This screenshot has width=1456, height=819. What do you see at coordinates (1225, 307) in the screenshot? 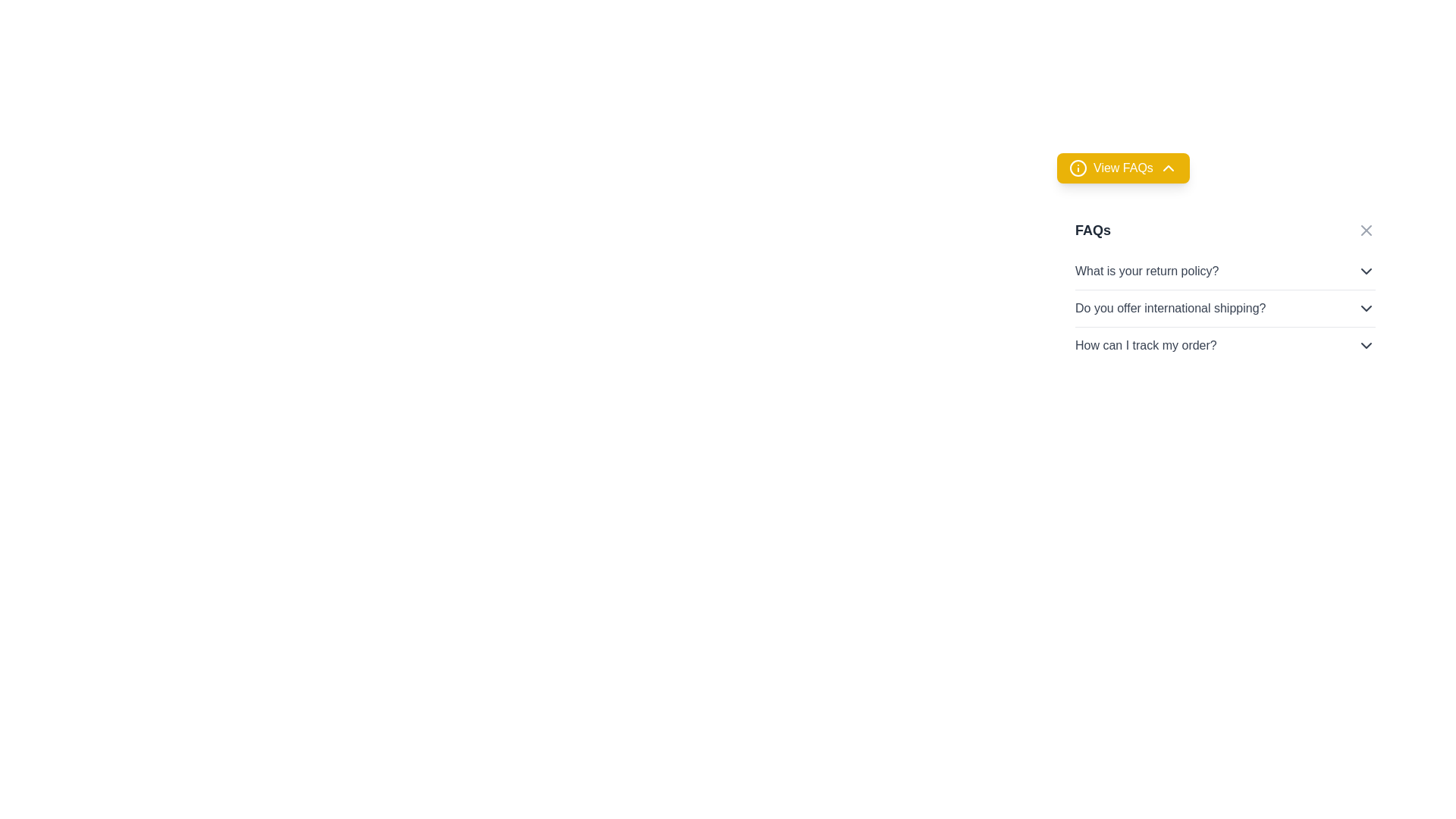
I see `the Dropdown trigger for the FAQ item located between 'What is your return policy?' and 'How can I track my order?'` at bounding box center [1225, 307].